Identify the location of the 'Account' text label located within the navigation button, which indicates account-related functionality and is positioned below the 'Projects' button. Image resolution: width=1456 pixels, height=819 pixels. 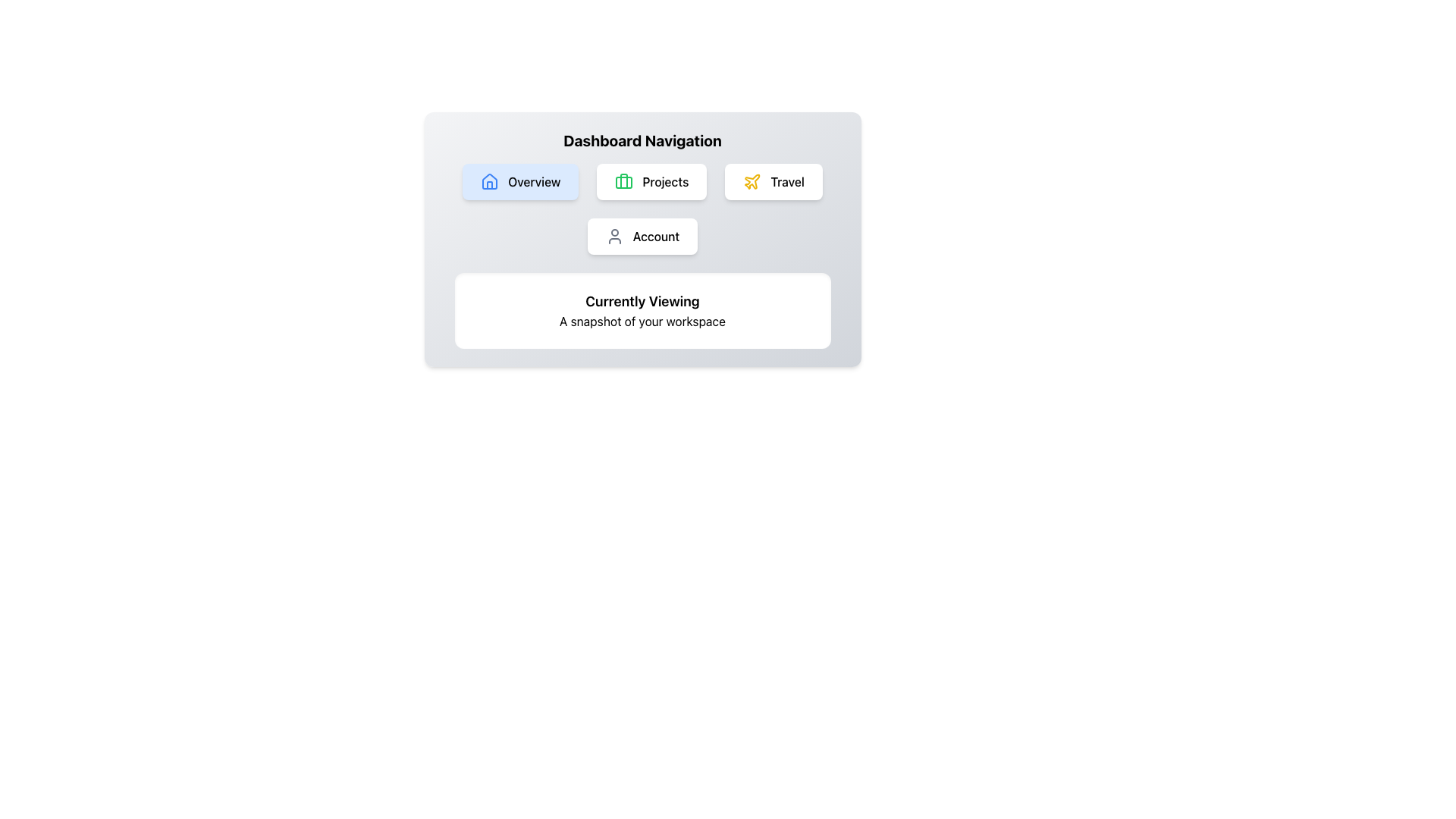
(656, 237).